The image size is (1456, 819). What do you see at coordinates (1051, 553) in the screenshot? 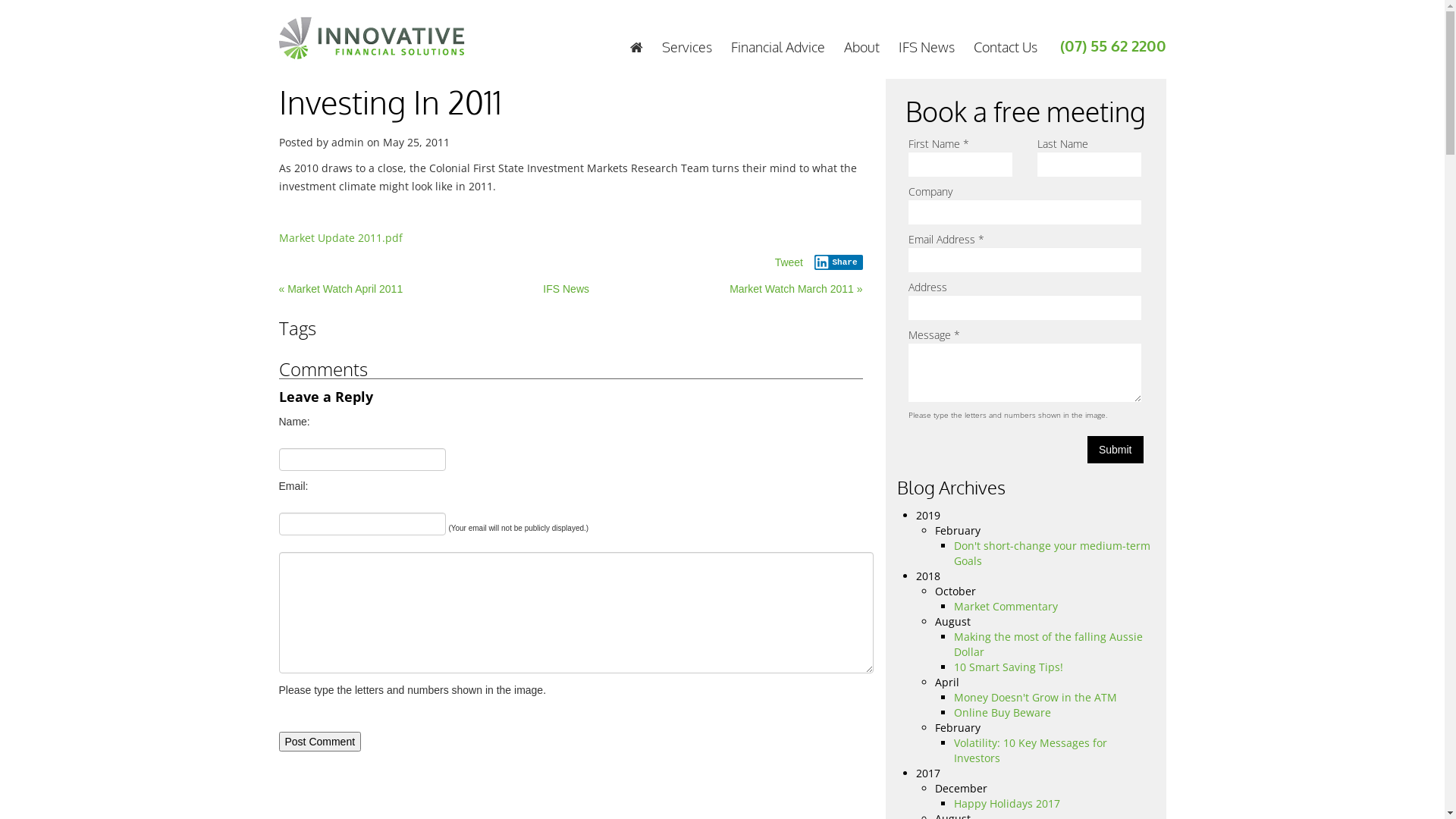
I see `'Don't short-change your medium-term Goals'` at bounding box center [1051, 553].